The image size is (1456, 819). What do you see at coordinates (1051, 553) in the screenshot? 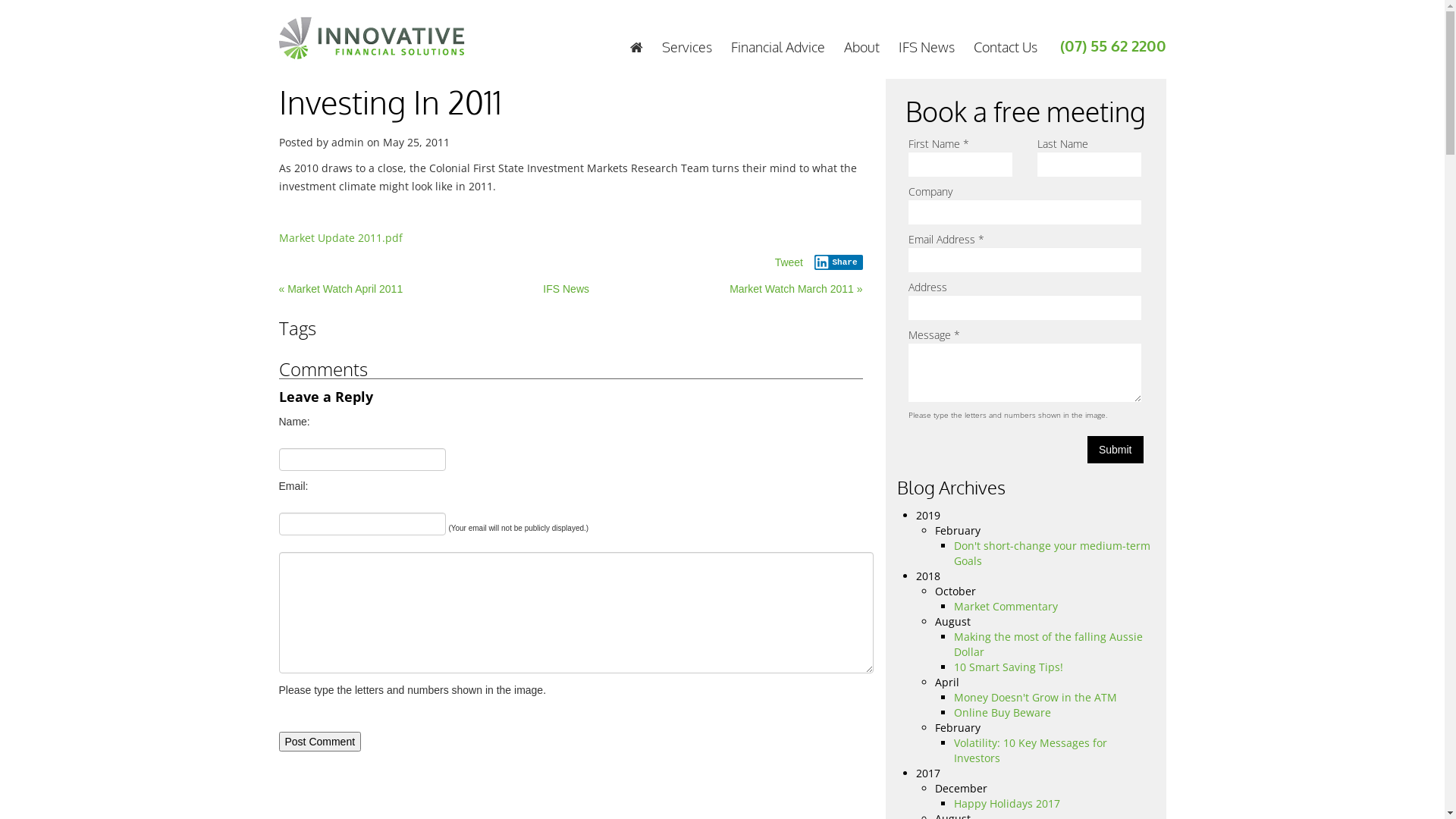
I see `'Don't short-change your medium-term Goals'` at bounding box center [1051, 553].